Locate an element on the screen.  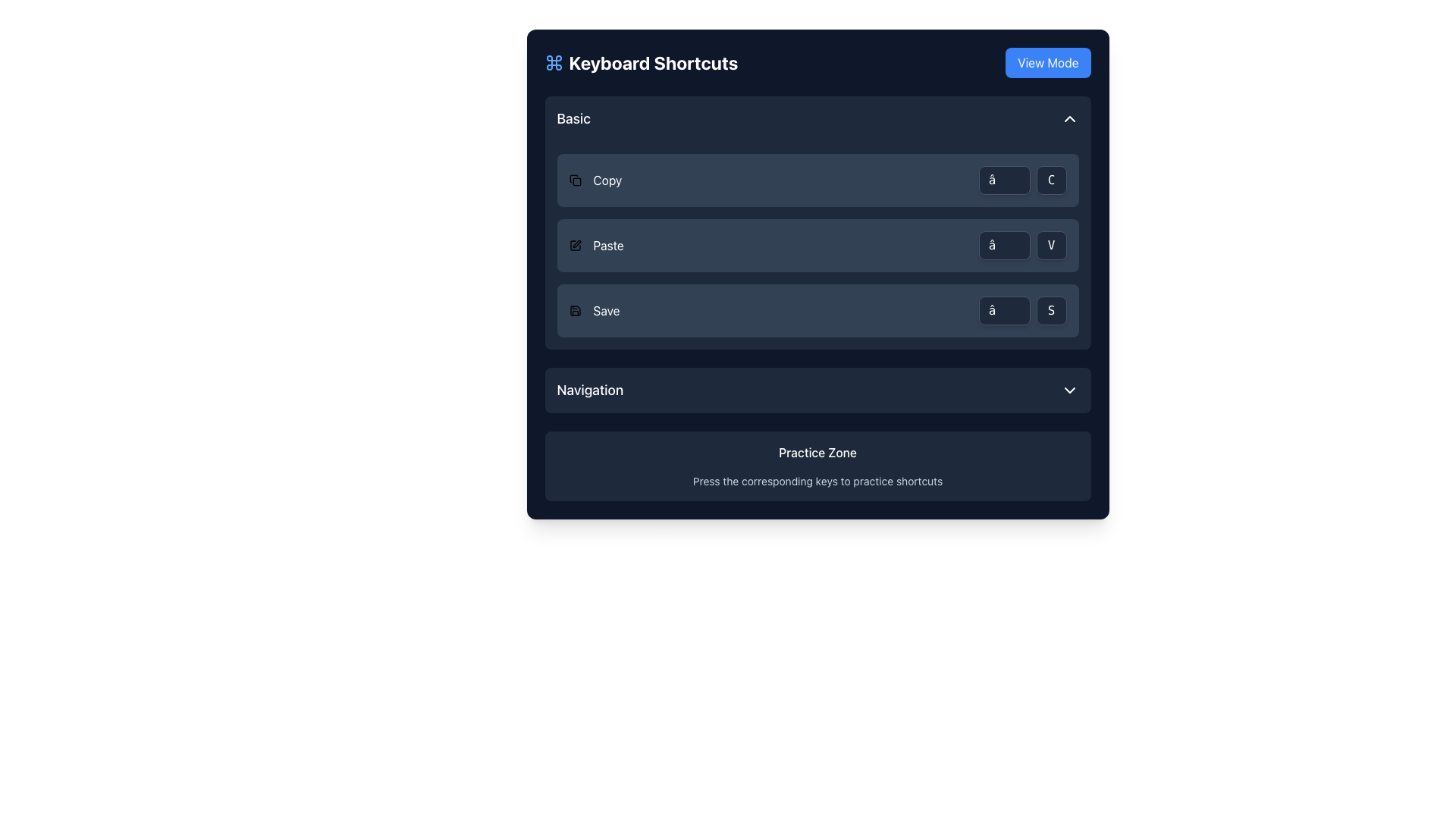
the 'Paste' button element is located at coordinates (817, 245).